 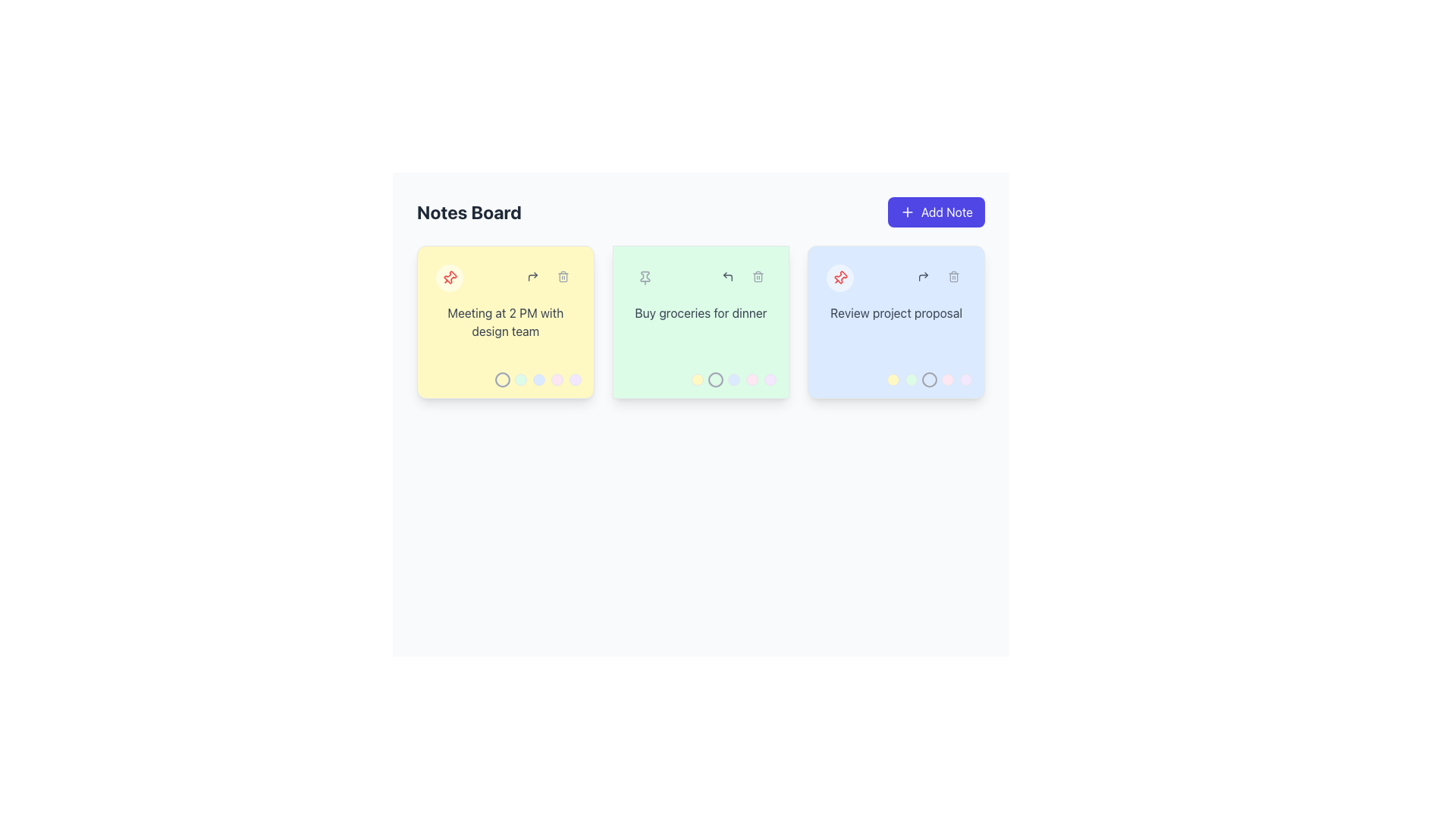 I want to click on the 'Add Note' button located on the right side of the 'Notes Board' header section, so click(x=934, y=212).